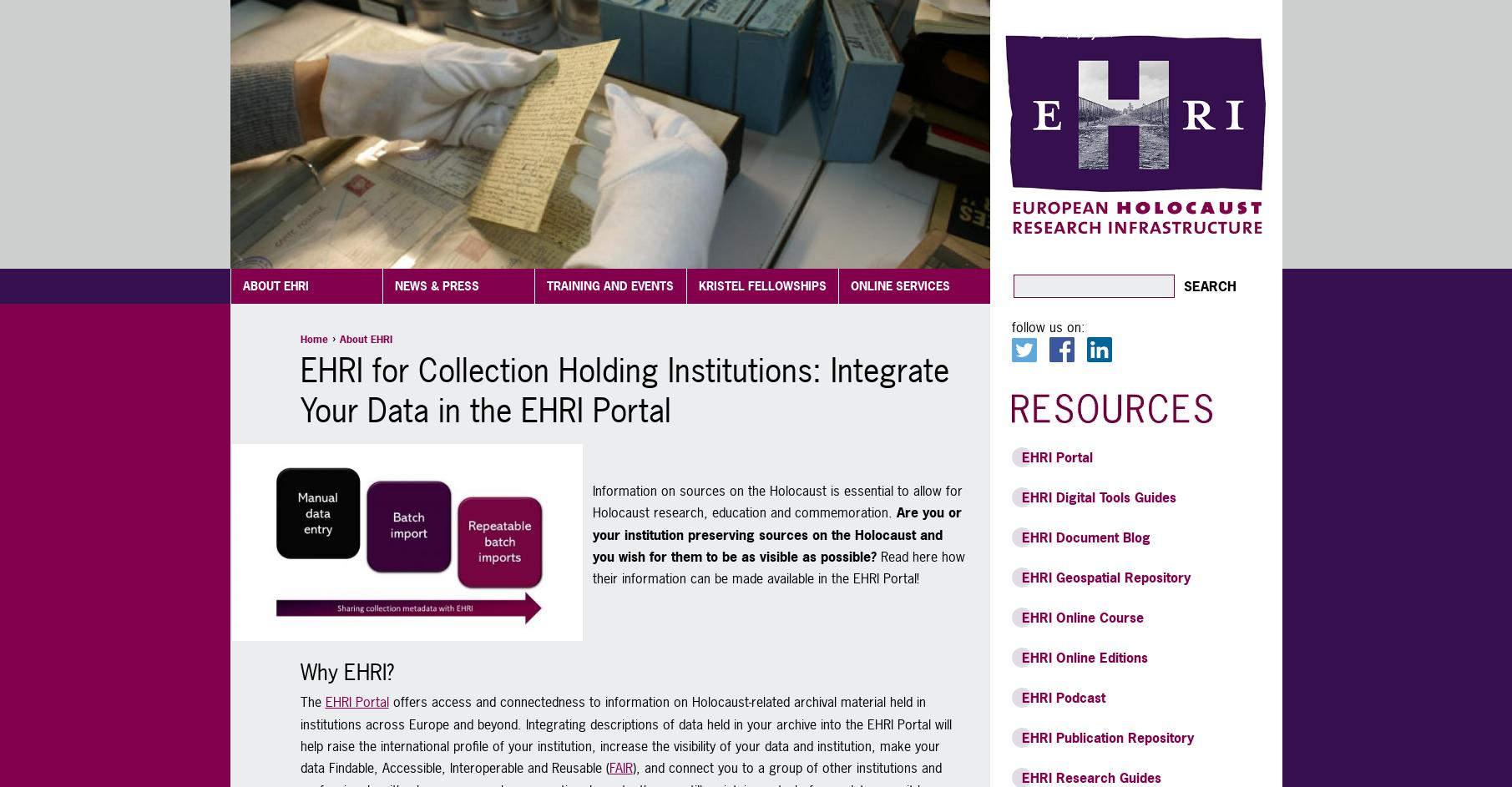 The image size is (1512, 787). Describe the element at coordinates (1106, 737) in the screenshot. I see `'EHRI Publication Repository'` at that location.